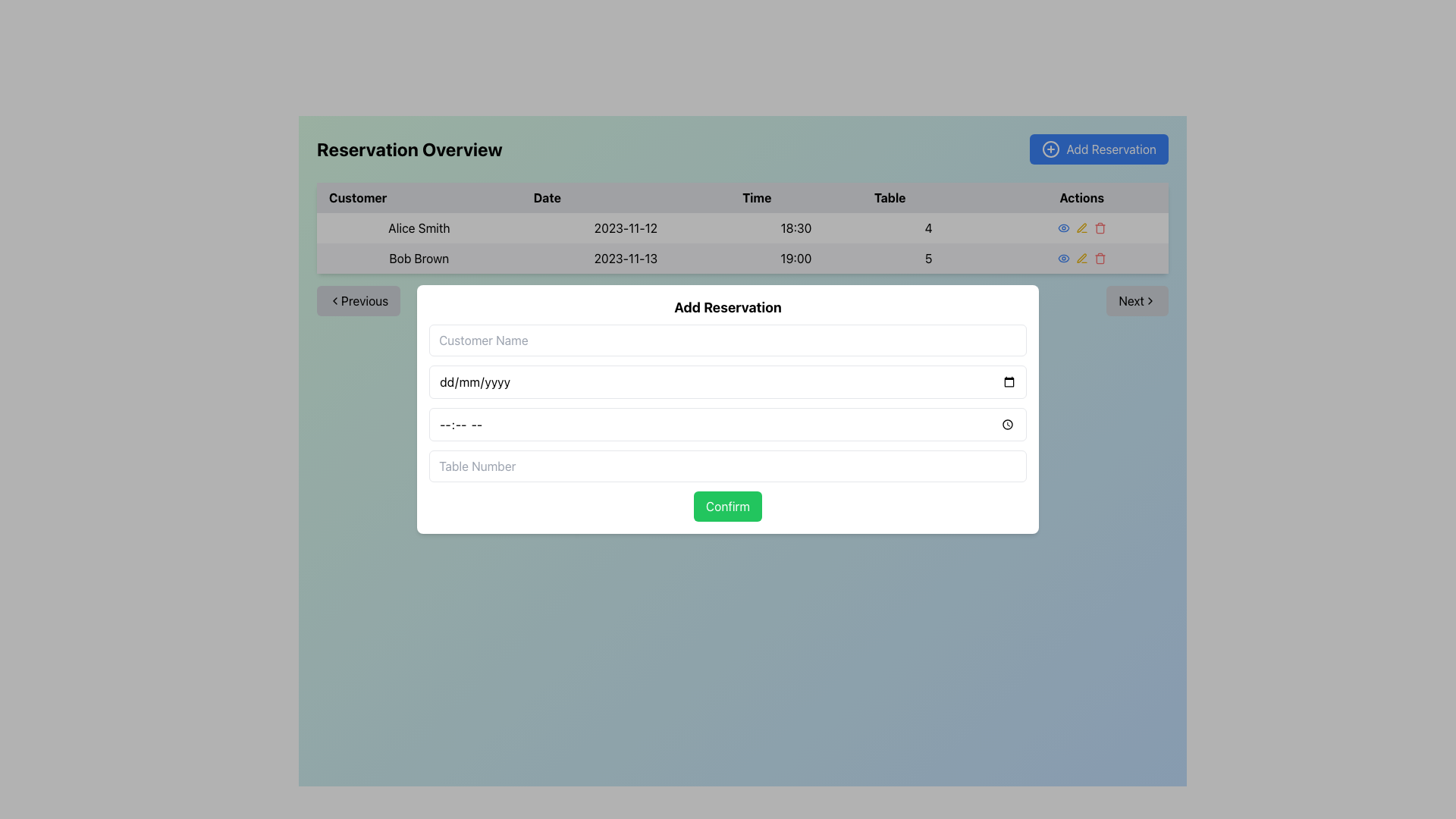 The width and height of the screenshot is (1456, 819). What do you see at coordinates (1062, 227) in the screenshot?
I see `the view icon located under the 'Actions' column in the reservation table, specifically aligned with the second entry 'Bob Brown'` at bounding box center [1062, 227].